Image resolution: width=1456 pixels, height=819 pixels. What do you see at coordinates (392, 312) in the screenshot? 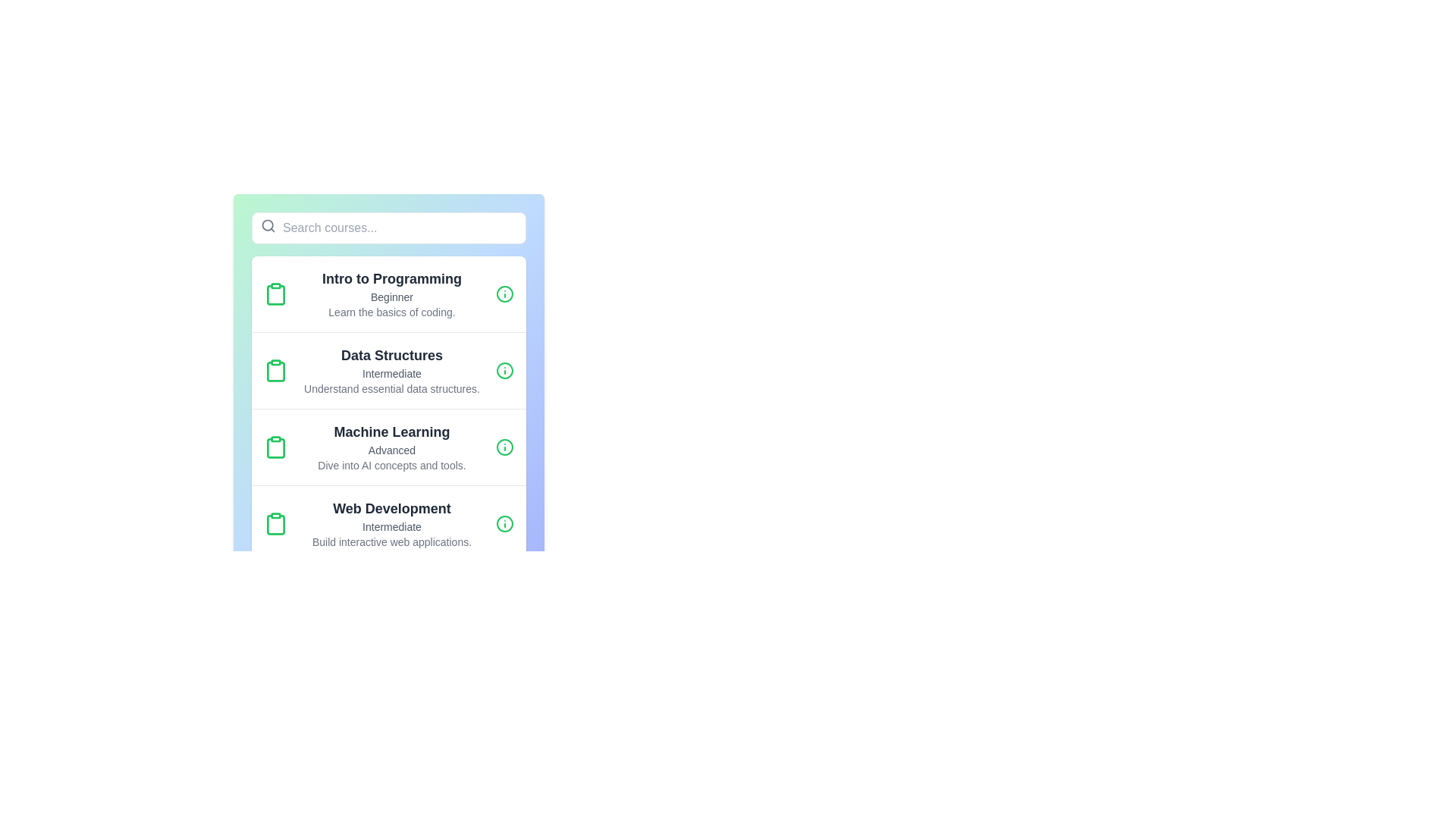
I see `the text label that provides additional information about the course 'Intro to Programming', located below the 'Beginner' text and aligned with the content block` at bounding box center [392, 312].